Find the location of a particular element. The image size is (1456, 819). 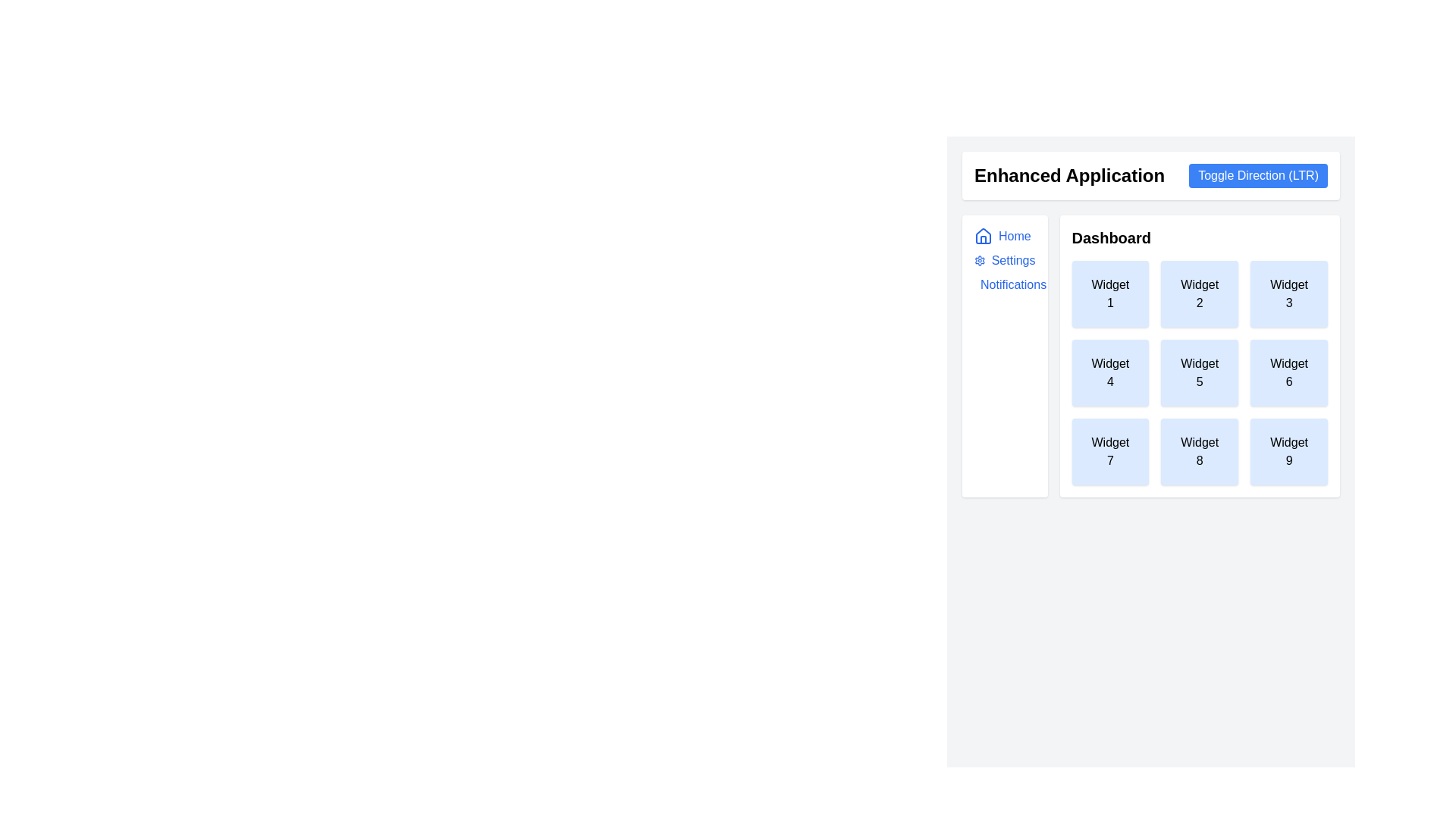

the doorway of the house icon located in the navigation menu on the left side of the interface, which is positioned at the center of the house icon next to the 'Home' label is located at coordinates (983, 239).